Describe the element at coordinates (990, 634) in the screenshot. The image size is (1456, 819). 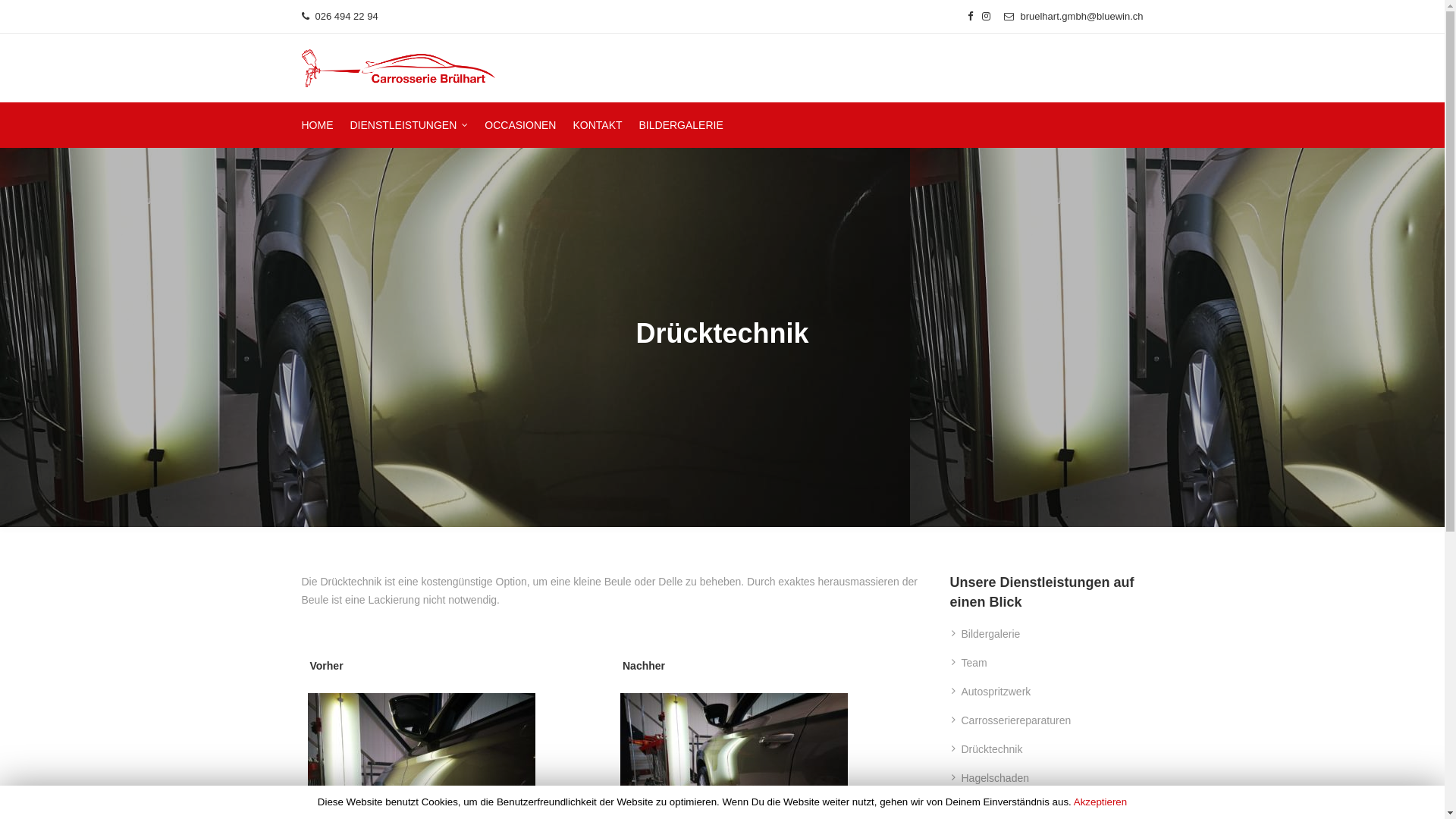
I see `'Bildergalerie'` at that location.